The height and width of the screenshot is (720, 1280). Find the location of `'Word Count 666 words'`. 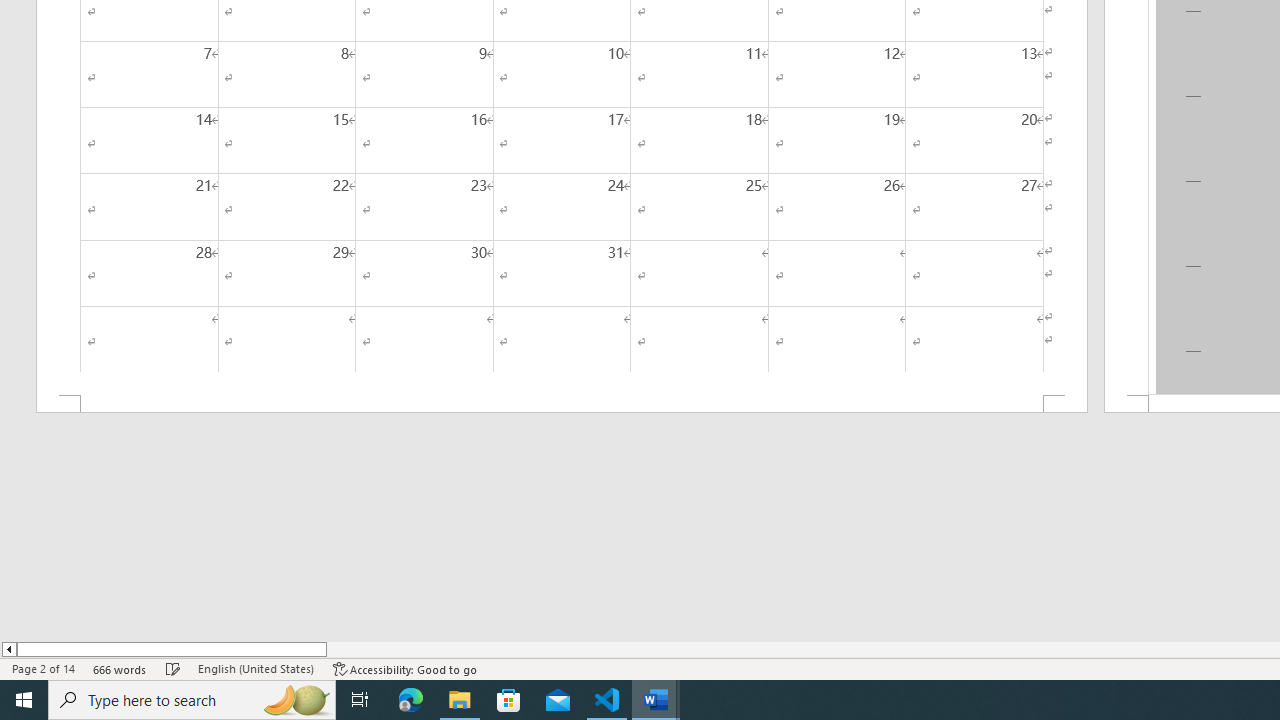

'Word Count 666 words' is located at coordinates (119, 669).